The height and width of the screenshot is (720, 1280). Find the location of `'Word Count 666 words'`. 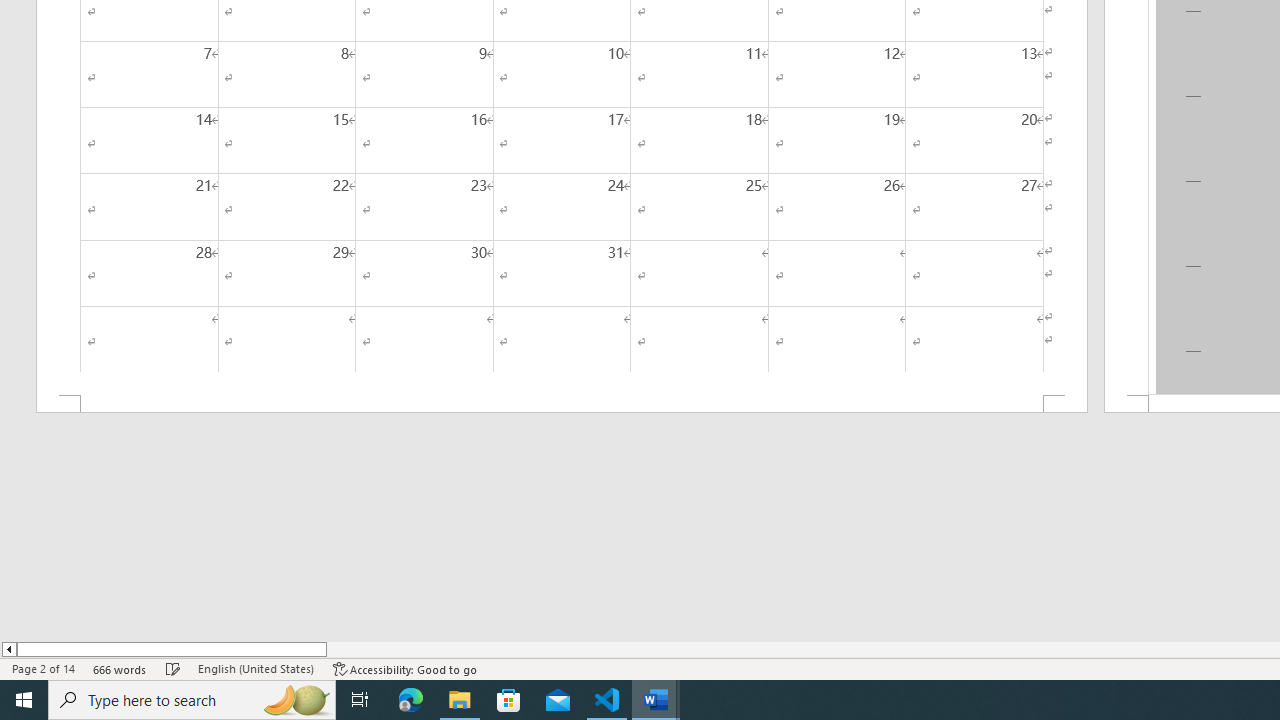

'Word Count 666 words' is located at coordinates (119, 669).